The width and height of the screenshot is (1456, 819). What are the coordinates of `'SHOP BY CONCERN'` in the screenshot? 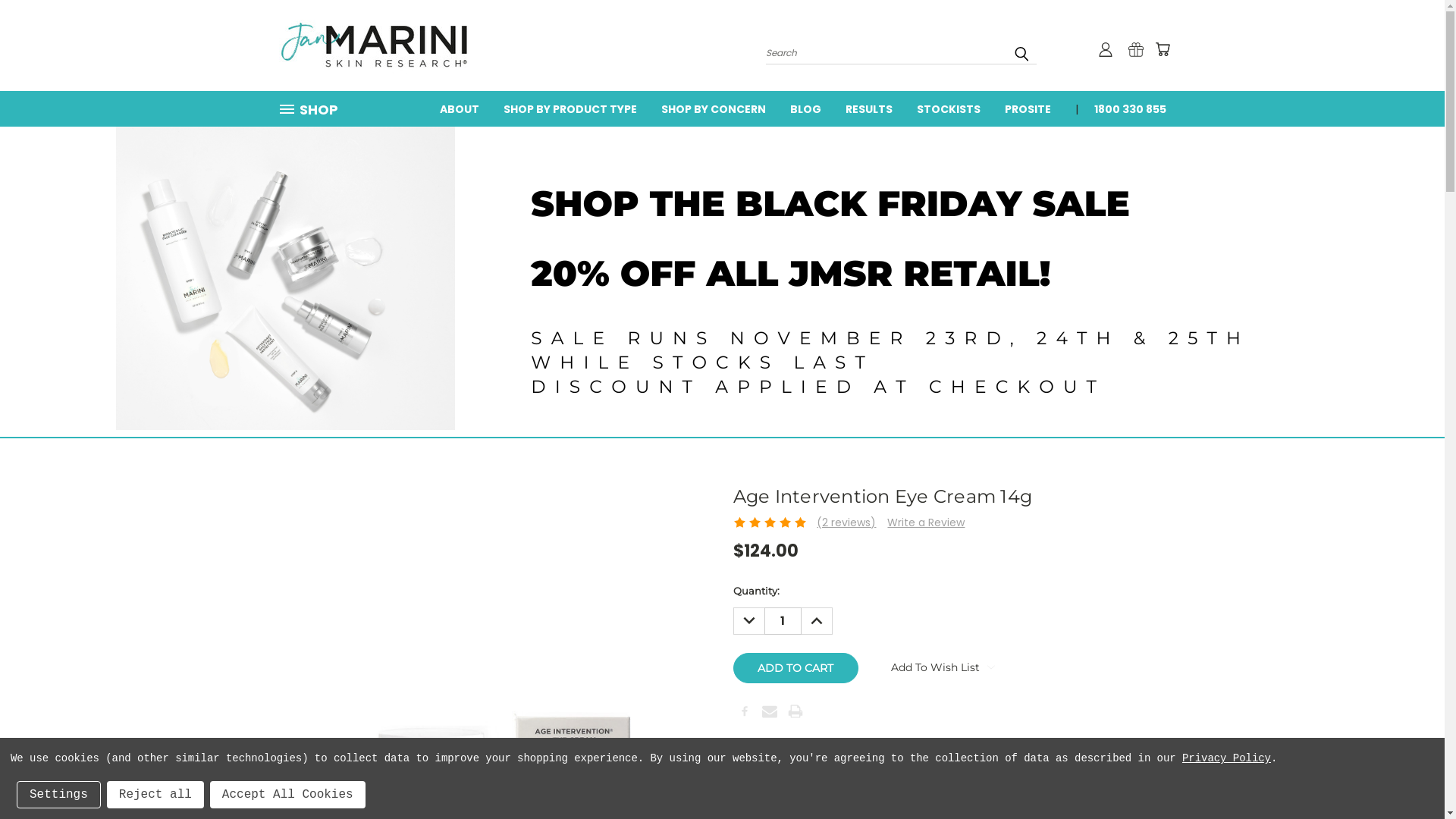 It's located at (712, 107).